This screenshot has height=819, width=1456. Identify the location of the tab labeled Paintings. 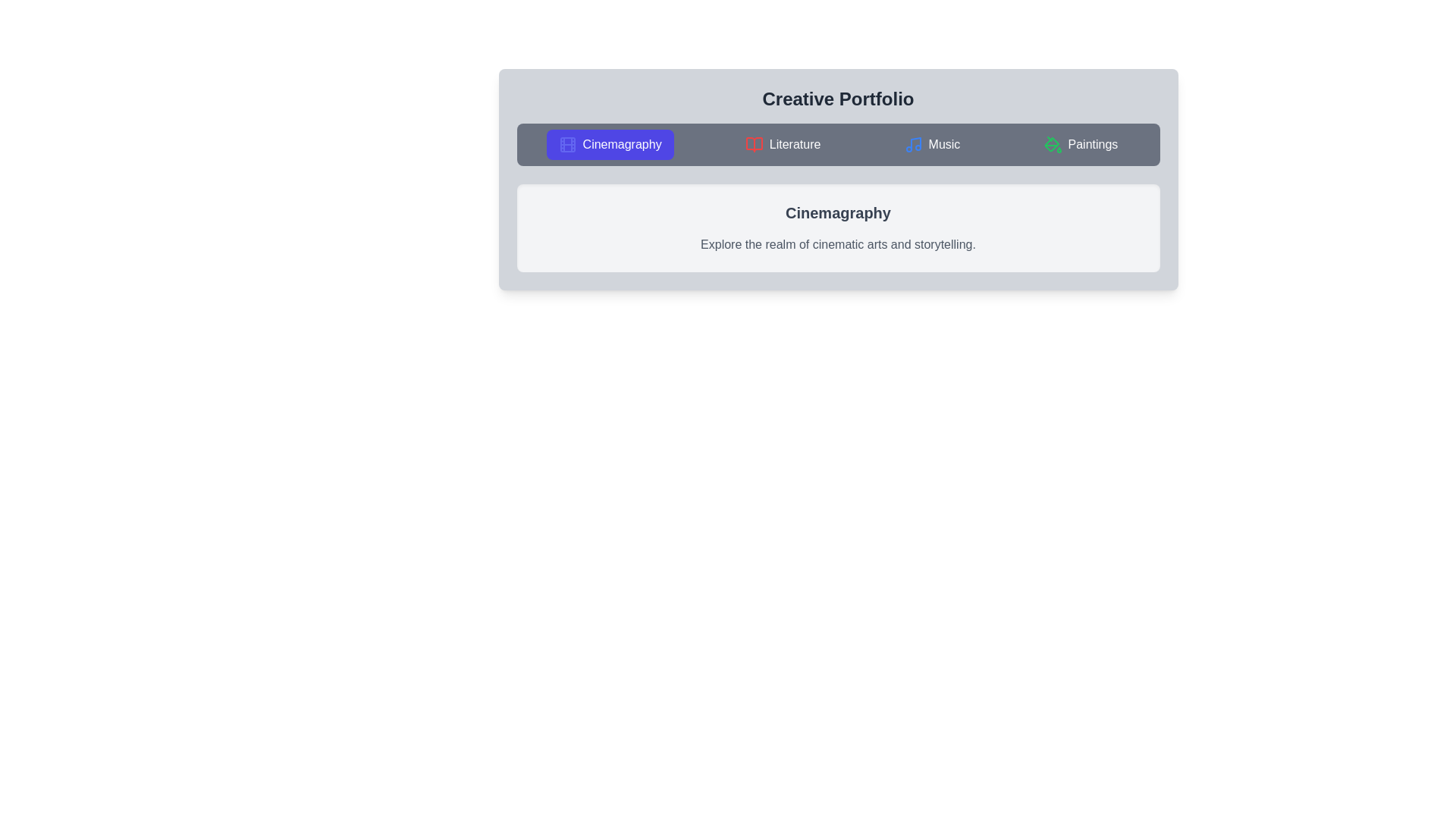
(1080, 145).